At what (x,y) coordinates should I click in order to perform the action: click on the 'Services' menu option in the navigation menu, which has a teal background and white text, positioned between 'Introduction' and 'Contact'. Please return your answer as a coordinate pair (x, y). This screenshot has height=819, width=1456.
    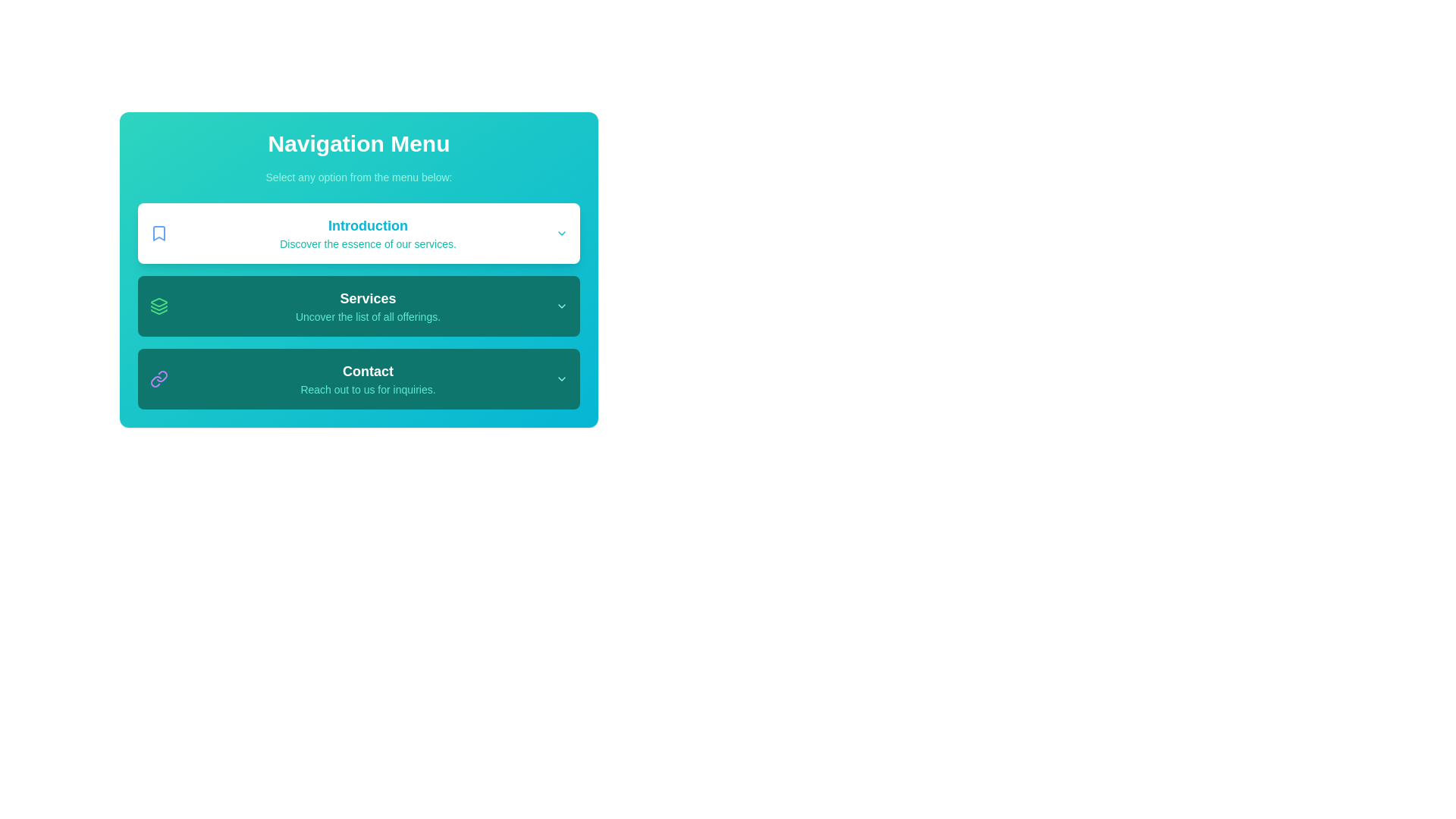
    Looking at the image, I should click on (358, 306).